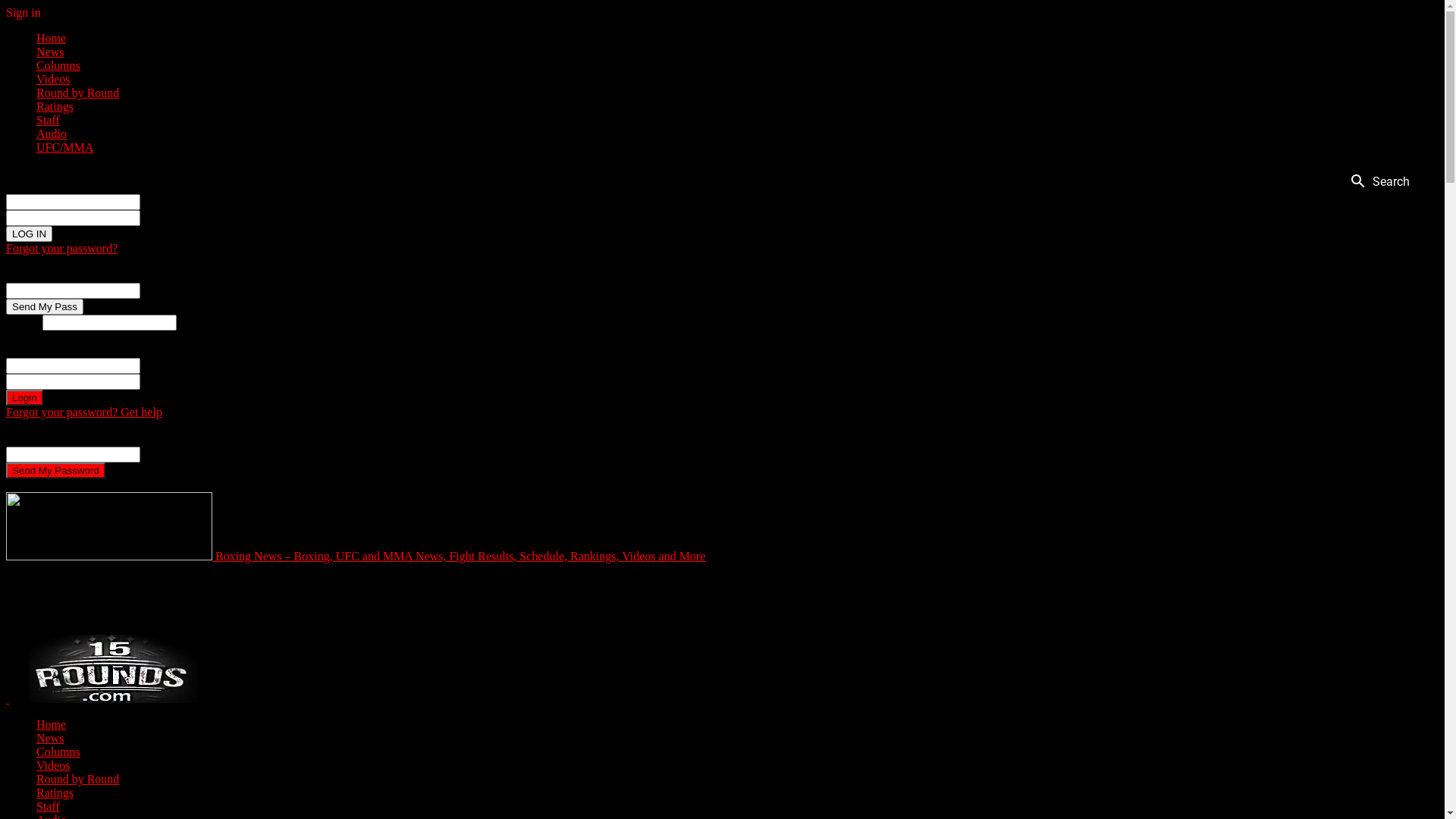 The height and width of the screenshot is (819, 1456). Describe the element at coordinates (50, 737) in the screenshot. I see `'News'` at that location.